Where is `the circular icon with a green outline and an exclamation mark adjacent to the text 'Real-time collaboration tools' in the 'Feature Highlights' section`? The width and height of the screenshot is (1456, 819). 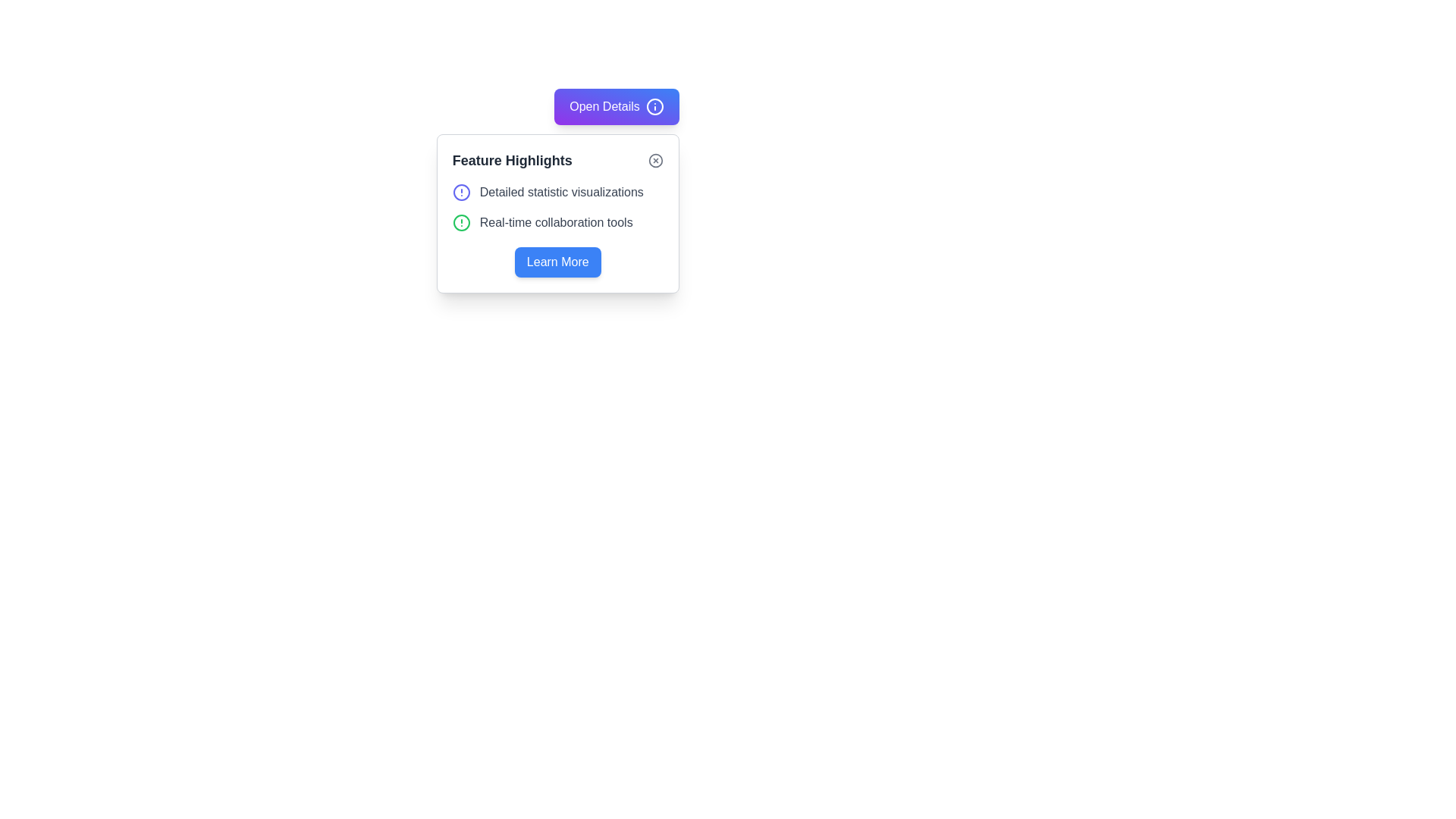 the circular icon with a green outline and an exclamation mark adjacent to the text 'Real-time collaboration tools' in the 'Feature Highlights' section is located at coordinates (460, 222).